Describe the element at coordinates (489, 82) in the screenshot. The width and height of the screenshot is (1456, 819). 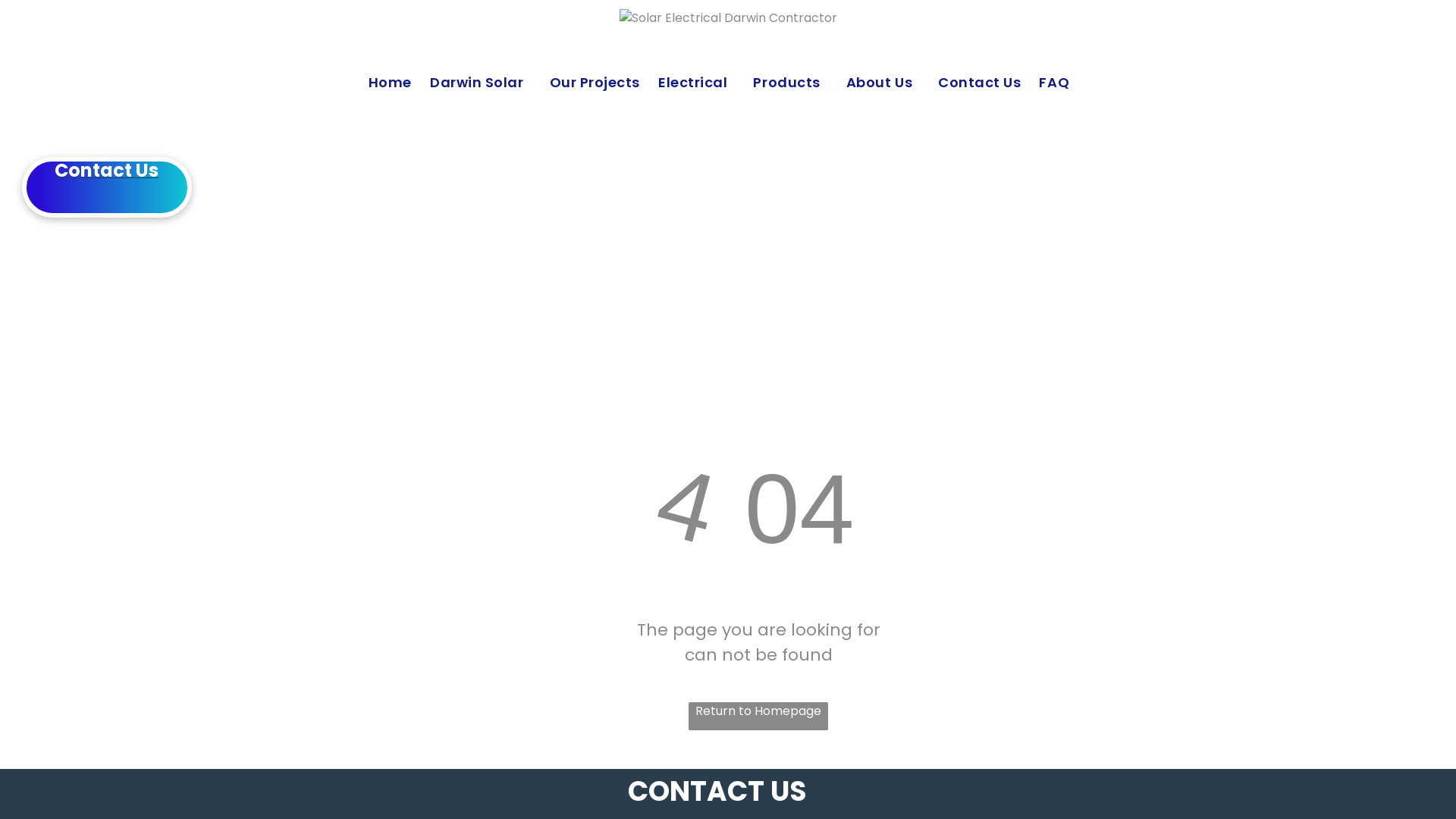
I see `'Darwin Solar'` at that location.